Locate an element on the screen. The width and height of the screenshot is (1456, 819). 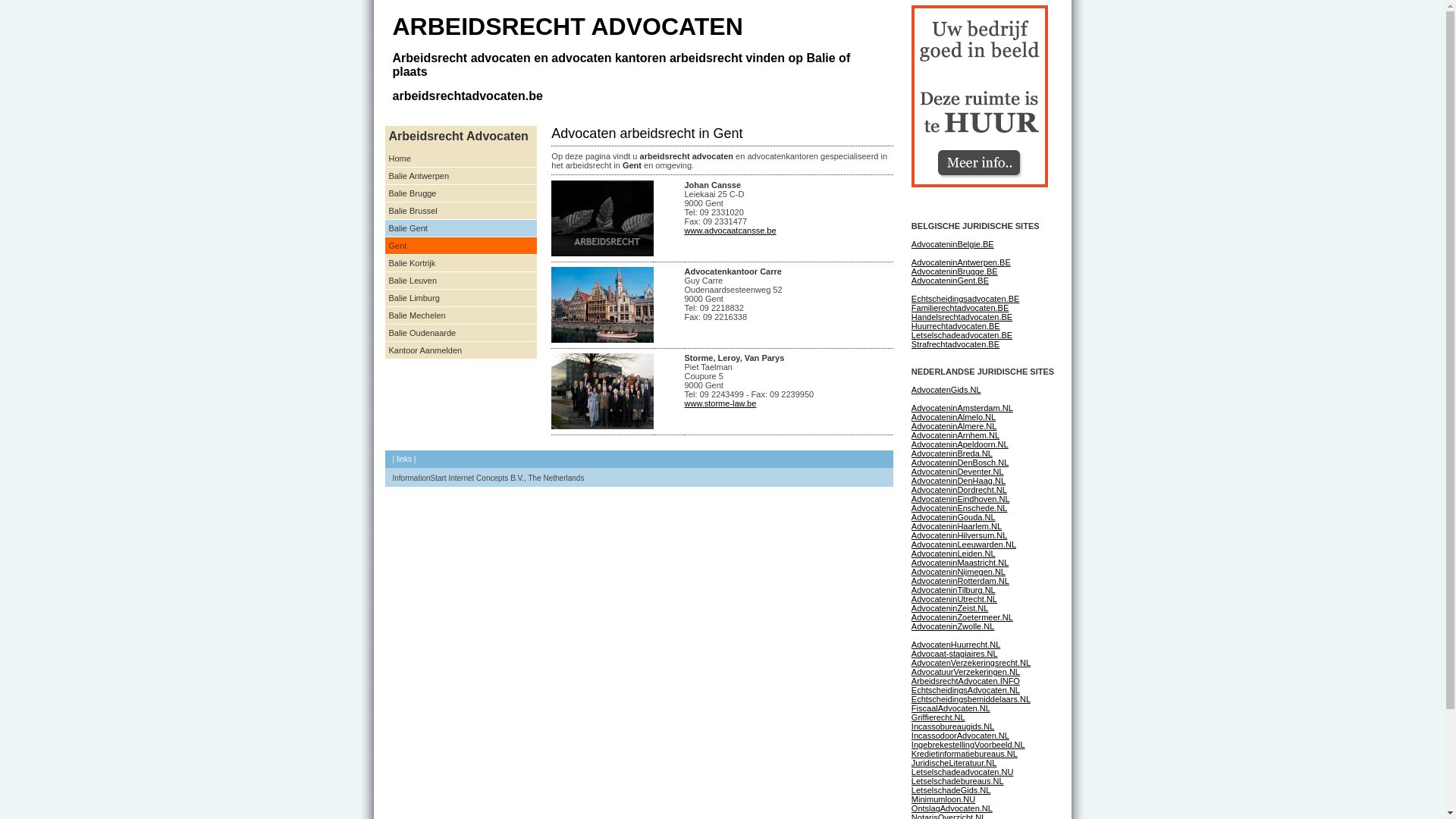
'AdvocateninAmsterdam.NL' is located at coordinates (961, 406).